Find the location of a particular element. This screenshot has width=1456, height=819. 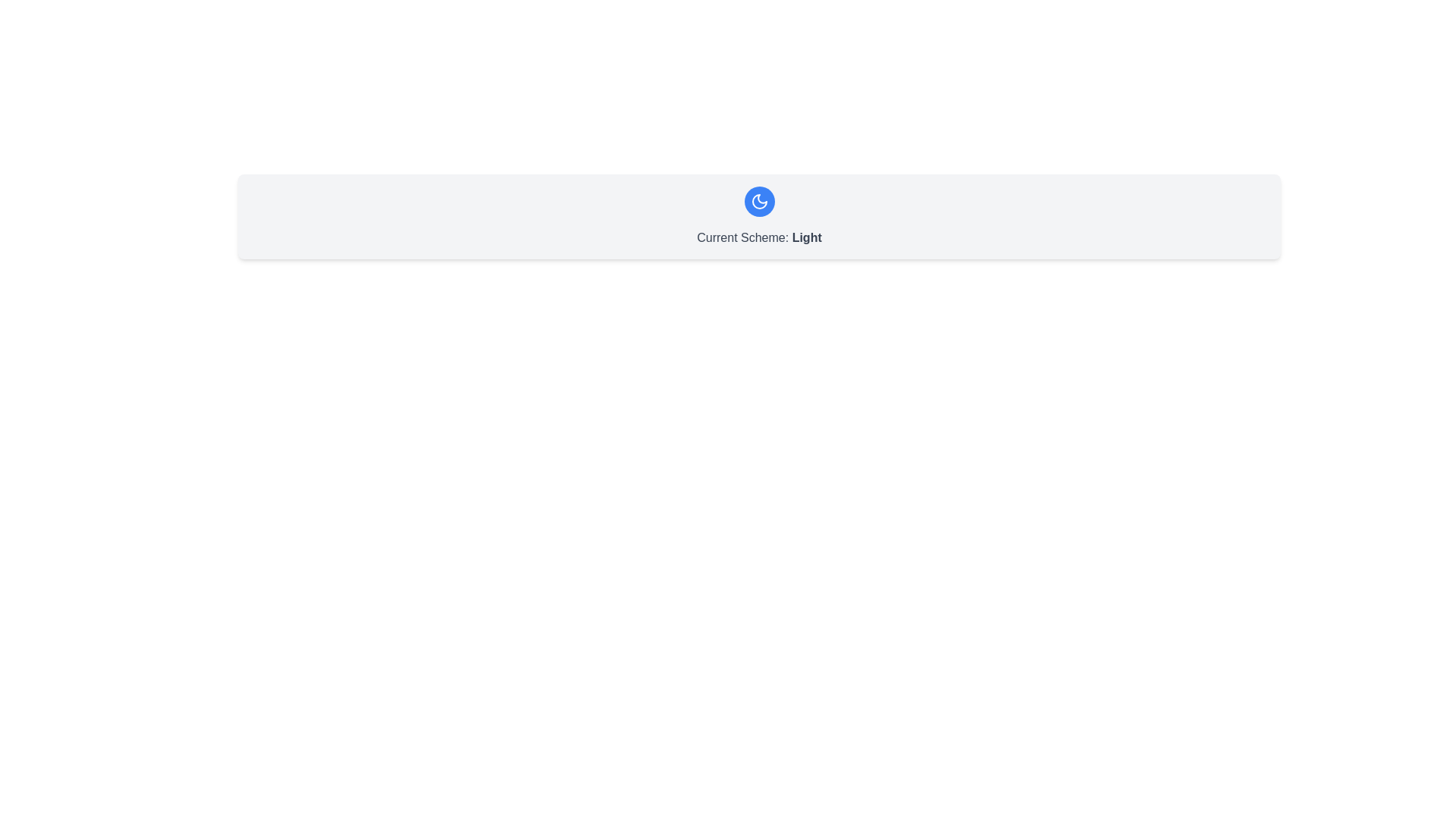

the static text label indicating the currently active scheme, which displays 'Current Scheme: Light' and is located just below a circular blue icon is located at coordinates (806, 237).